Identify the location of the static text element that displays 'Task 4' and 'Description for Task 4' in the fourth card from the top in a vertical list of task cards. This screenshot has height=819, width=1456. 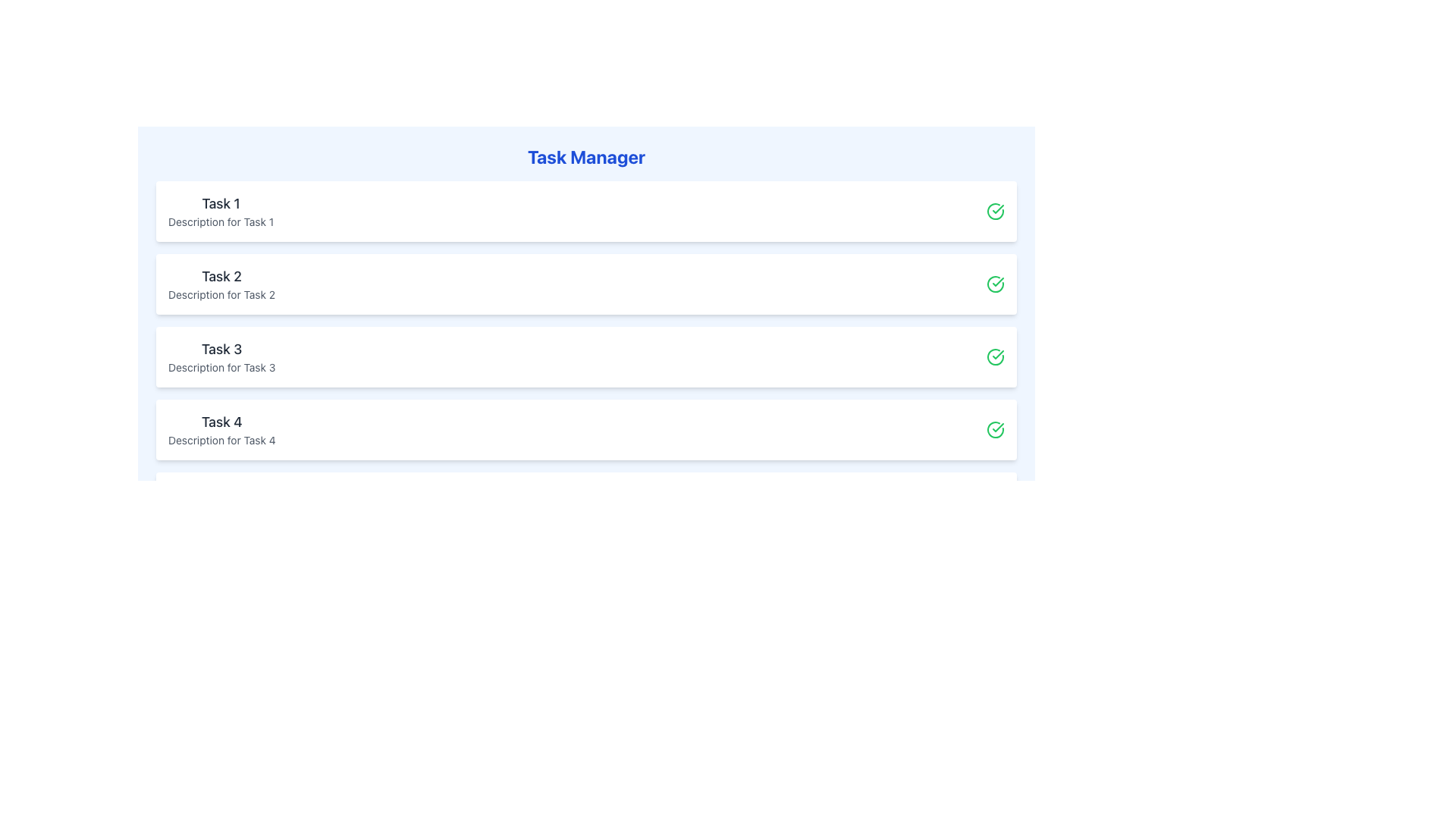
(221, 430).